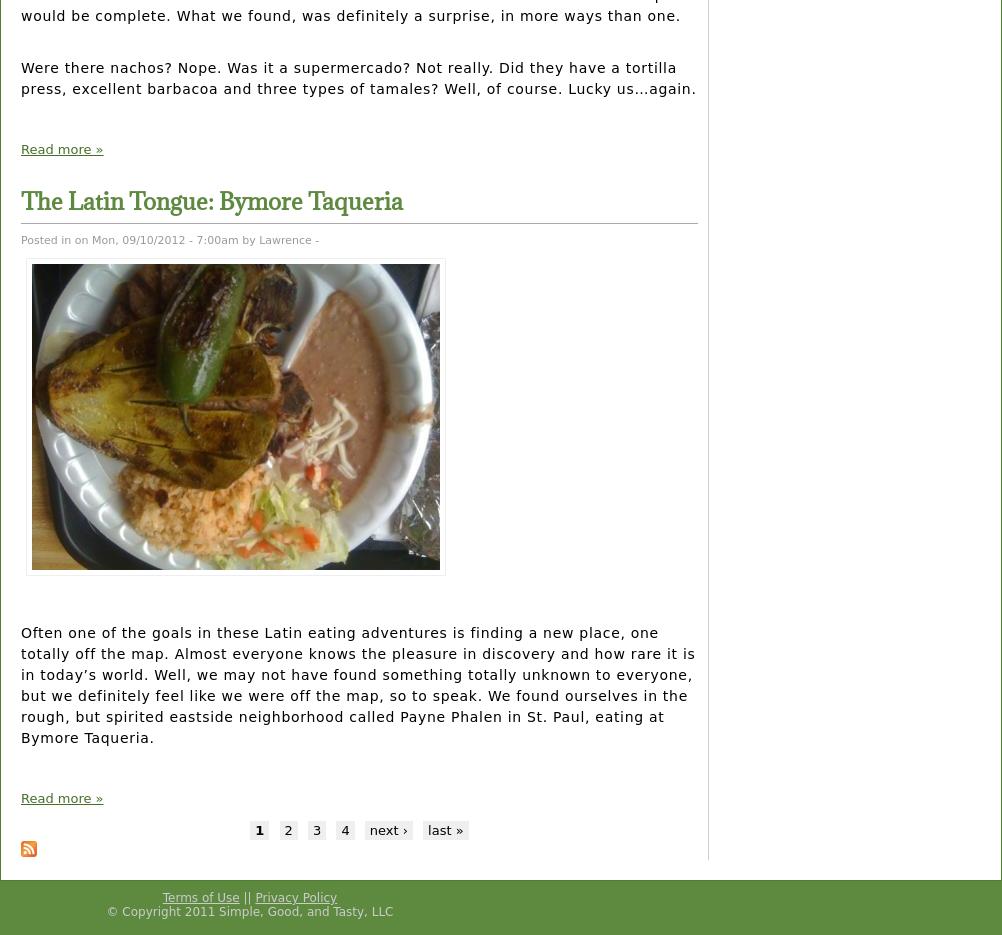 The width and height of the screenshot is (1002, 935). Describe the element at coordinates (212, 200) in the screenshot. I see `'The Latin Tongue: Bymore Taqueria'` at that location.